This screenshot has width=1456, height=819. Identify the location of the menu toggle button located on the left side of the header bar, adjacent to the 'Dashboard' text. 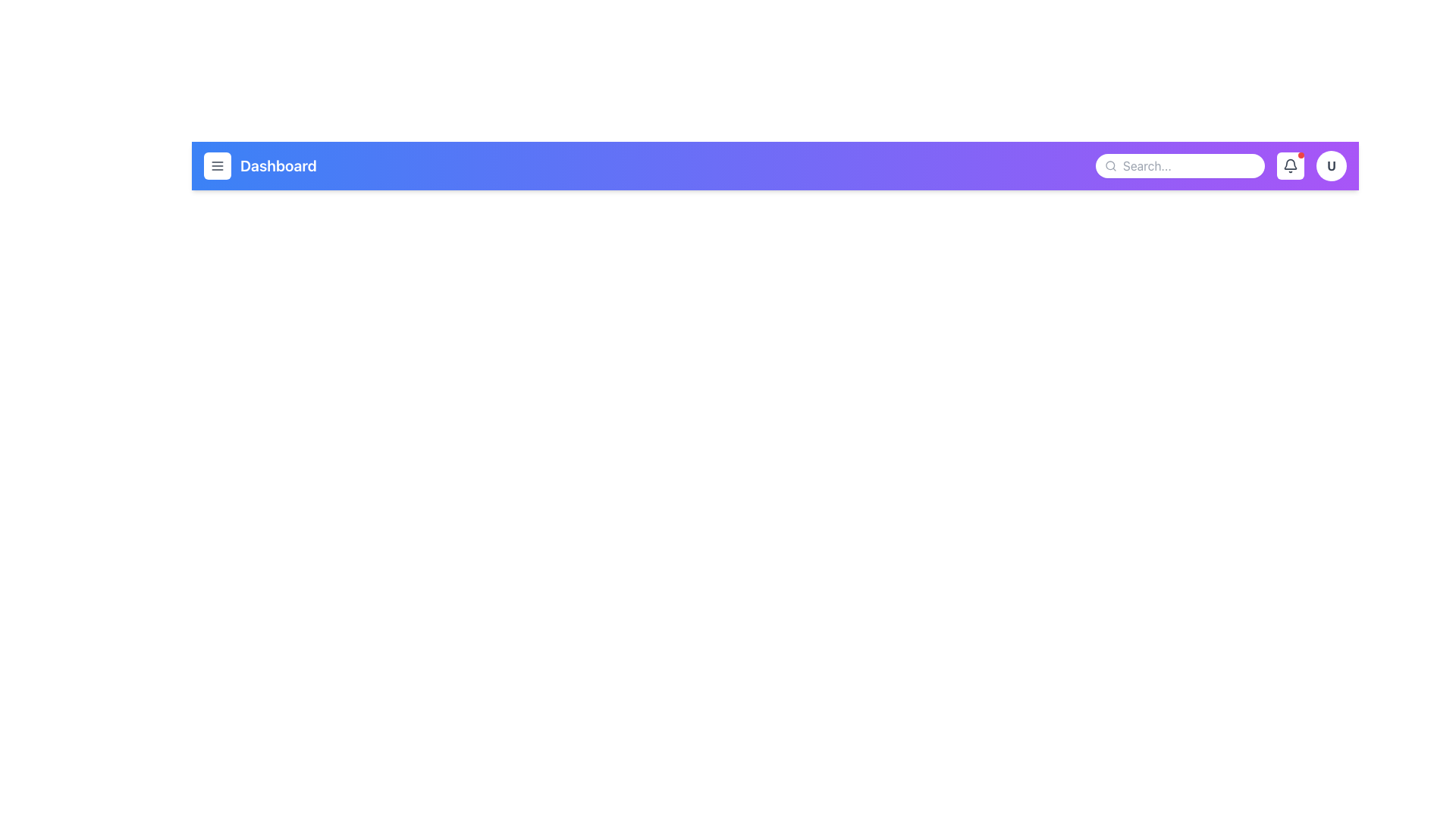
(217, 166).